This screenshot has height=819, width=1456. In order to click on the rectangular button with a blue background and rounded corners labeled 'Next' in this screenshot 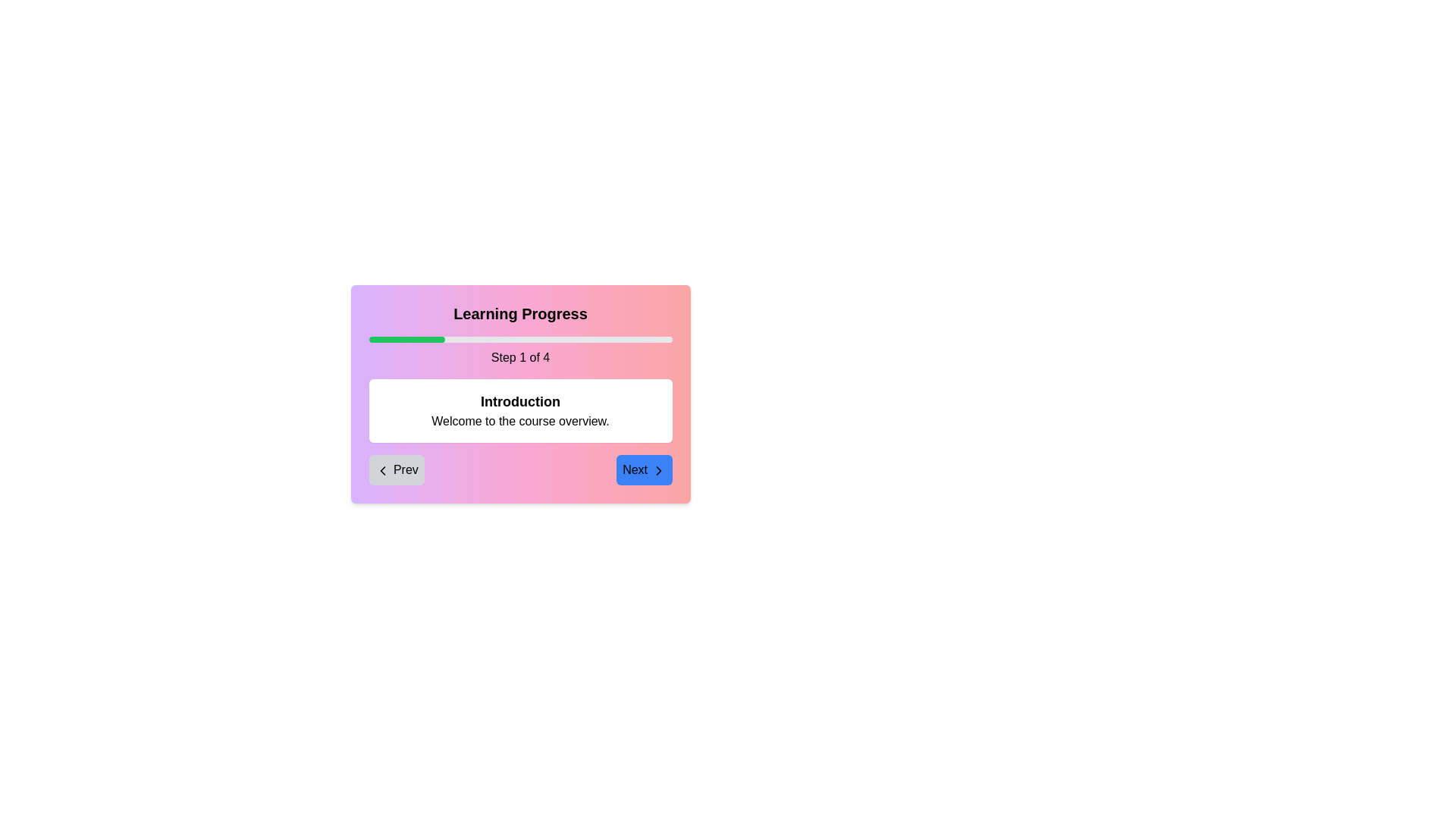, I will do `click(644, 469)`.